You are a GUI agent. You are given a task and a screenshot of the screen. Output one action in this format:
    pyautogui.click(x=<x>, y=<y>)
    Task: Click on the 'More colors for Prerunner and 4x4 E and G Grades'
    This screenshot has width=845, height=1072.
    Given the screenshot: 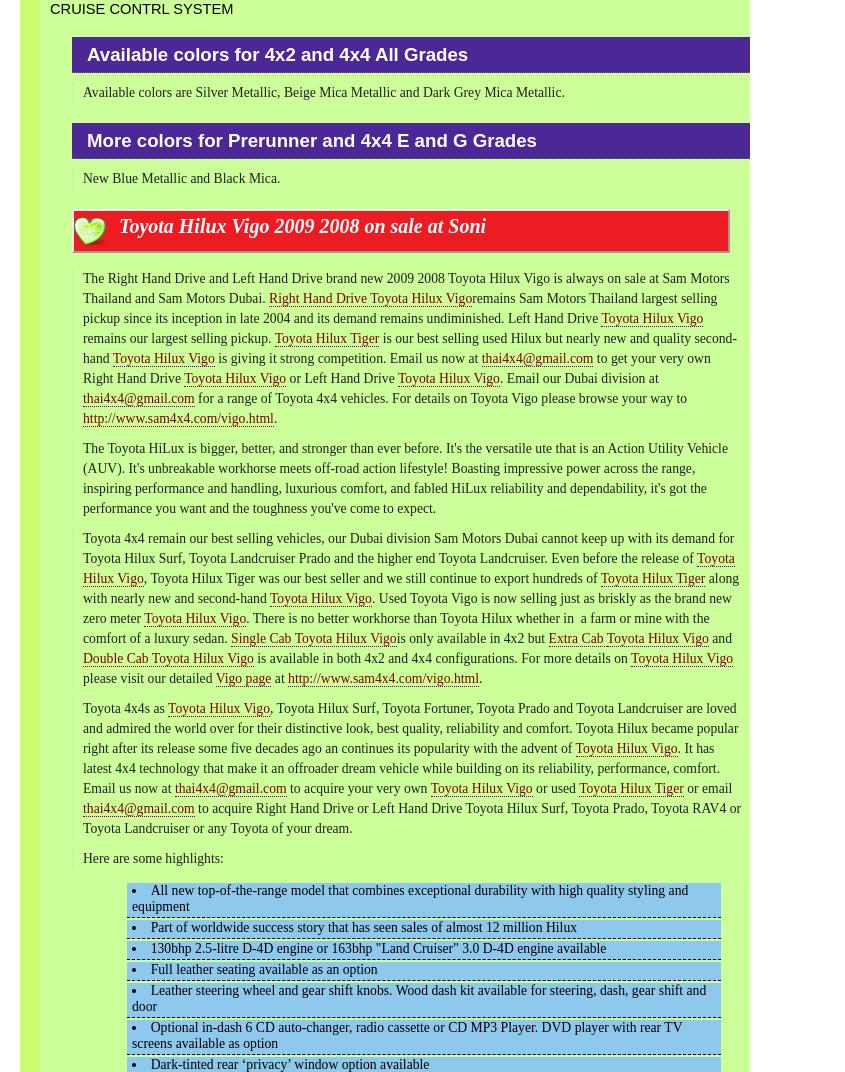 What is the action you would take?
    pyautogui.click(x=311, y=138)
    